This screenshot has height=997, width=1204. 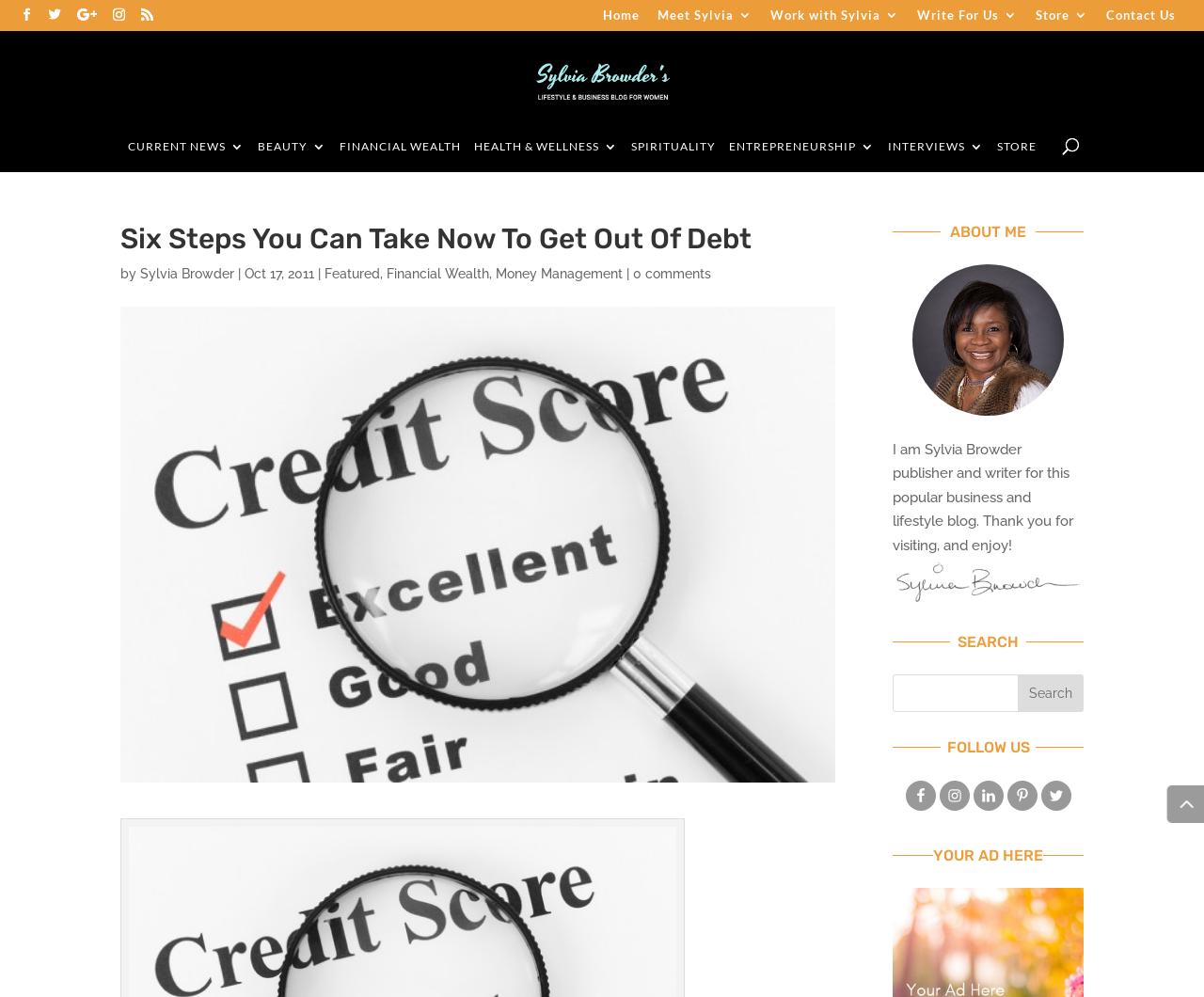 I want to click on 'Marketing & PR', so click(x=800, y=547).